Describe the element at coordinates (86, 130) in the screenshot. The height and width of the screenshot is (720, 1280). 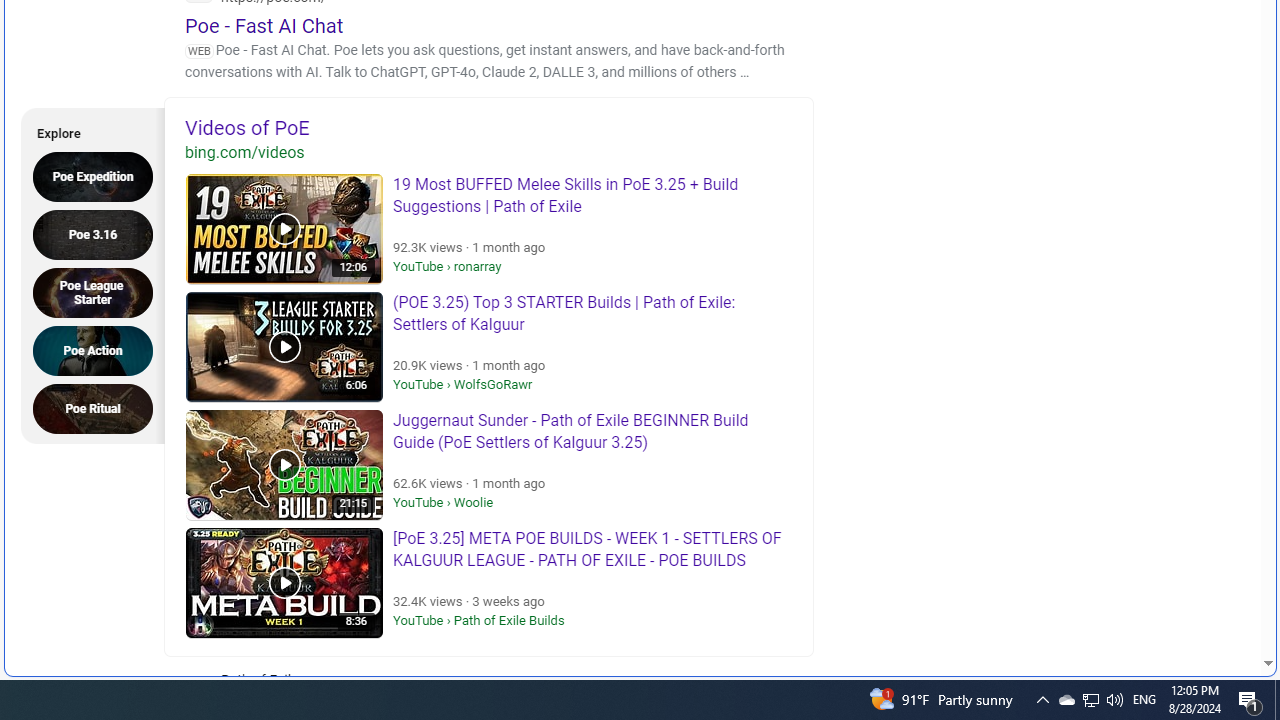
I see `'Explore'` at that location.